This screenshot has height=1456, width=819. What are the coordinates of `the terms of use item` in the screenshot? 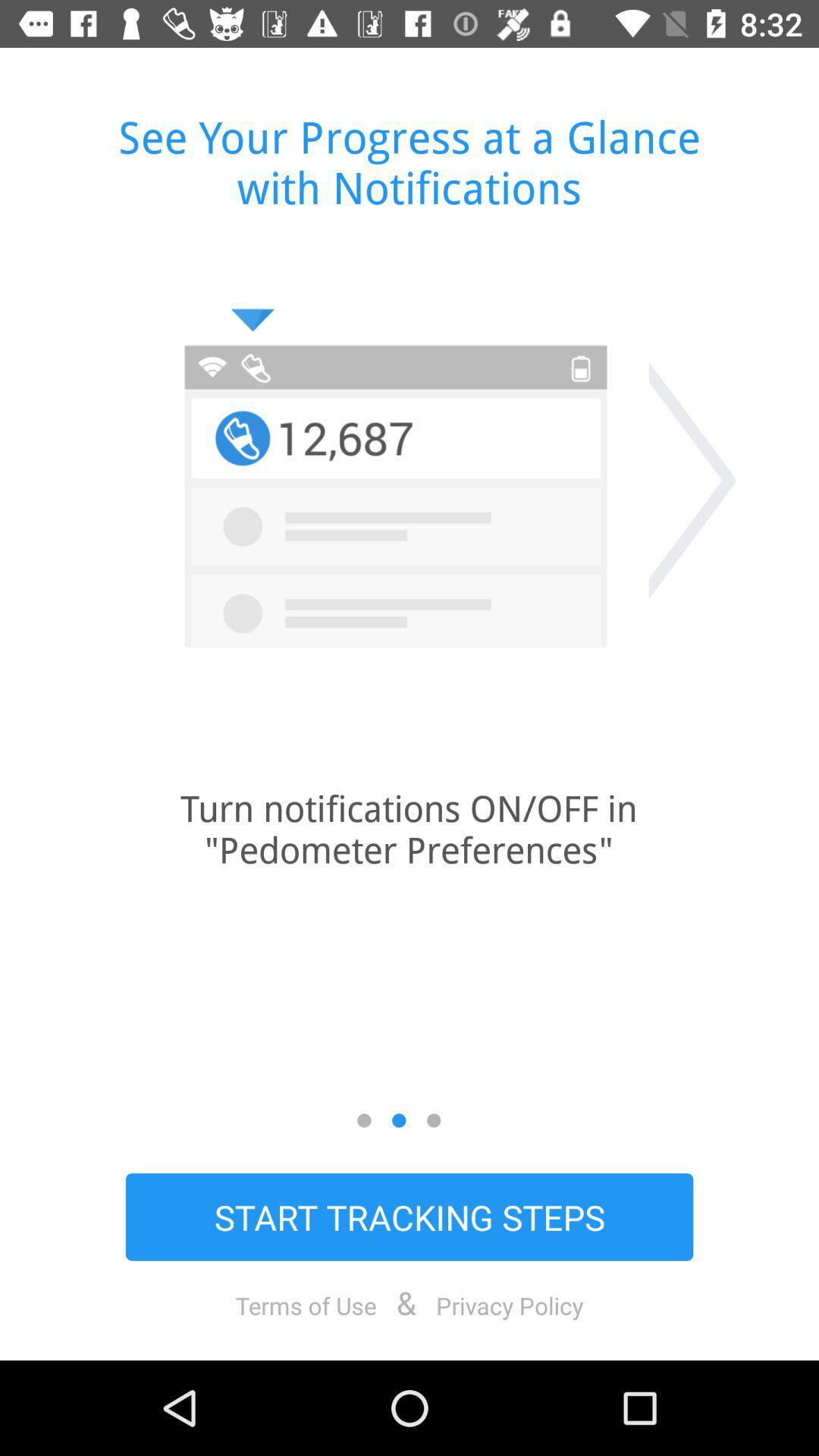 It's located at (306, 1304).